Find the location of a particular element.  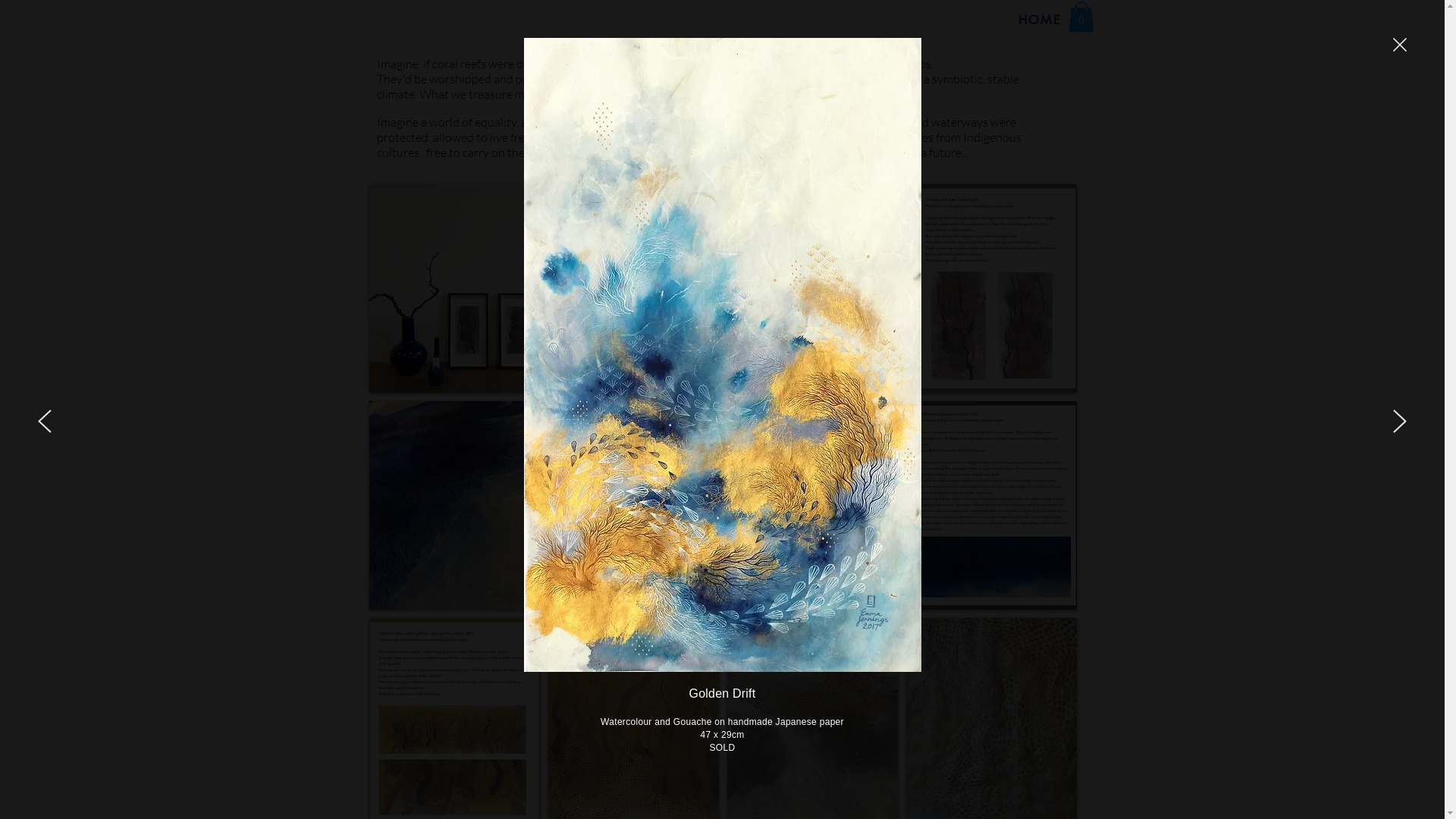

'HOME' is located at coordinates (1039, 20).